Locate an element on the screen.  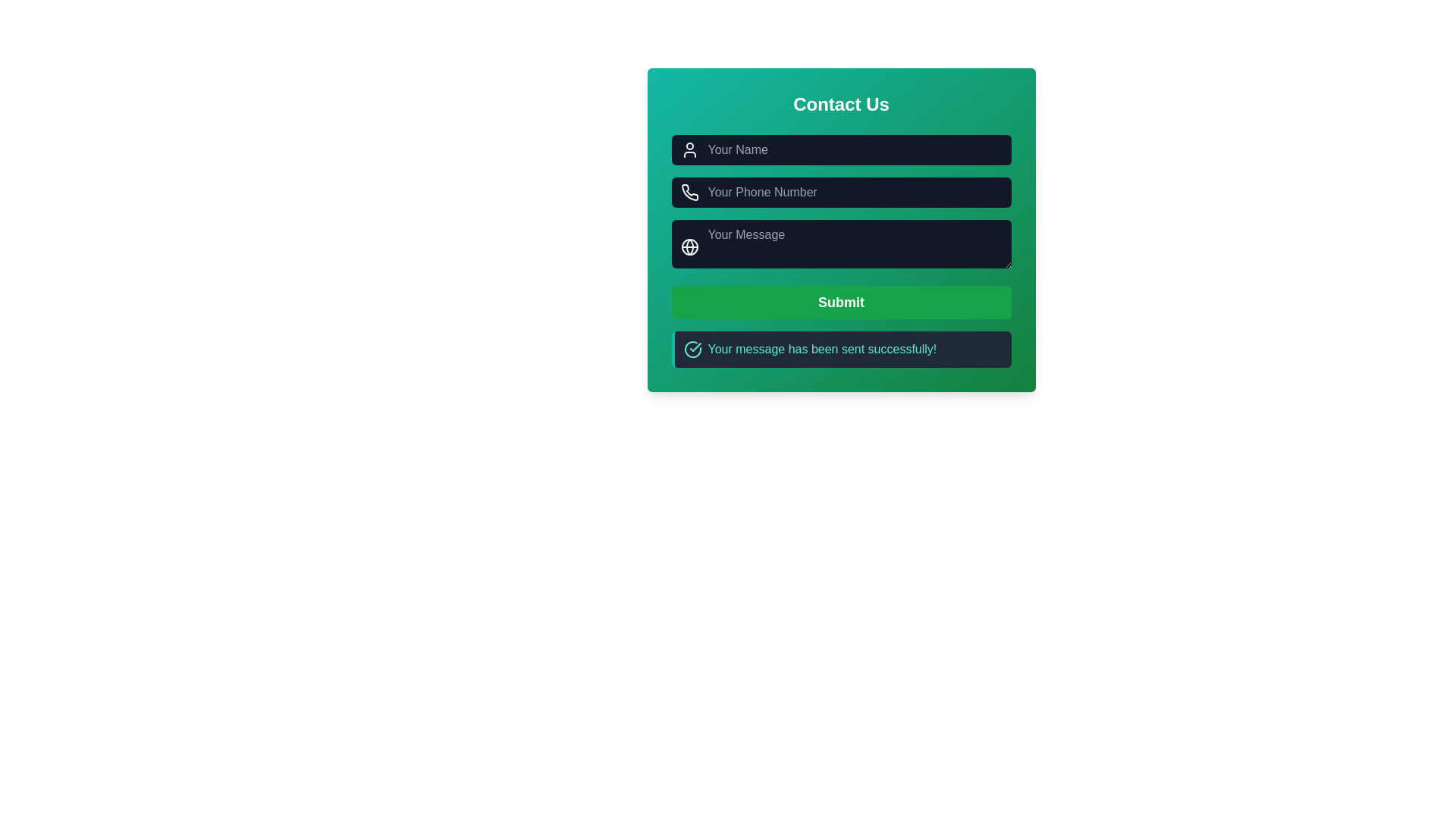
the Check Mark icon that indicates success, which is located within the notification message stating 'Your message has been sent successfully!' is located at coordinates (694, 347).